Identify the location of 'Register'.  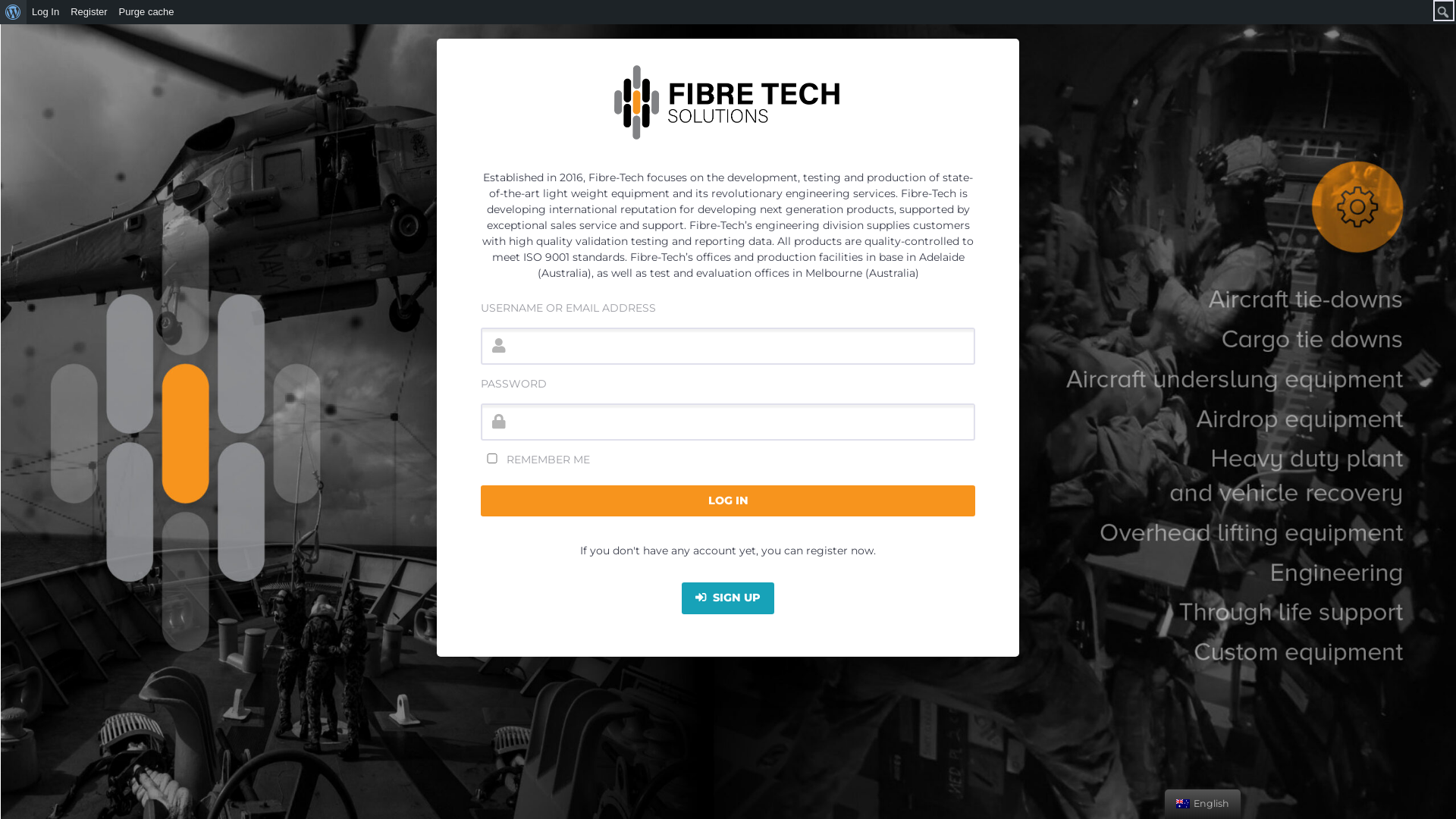
(64, 11).